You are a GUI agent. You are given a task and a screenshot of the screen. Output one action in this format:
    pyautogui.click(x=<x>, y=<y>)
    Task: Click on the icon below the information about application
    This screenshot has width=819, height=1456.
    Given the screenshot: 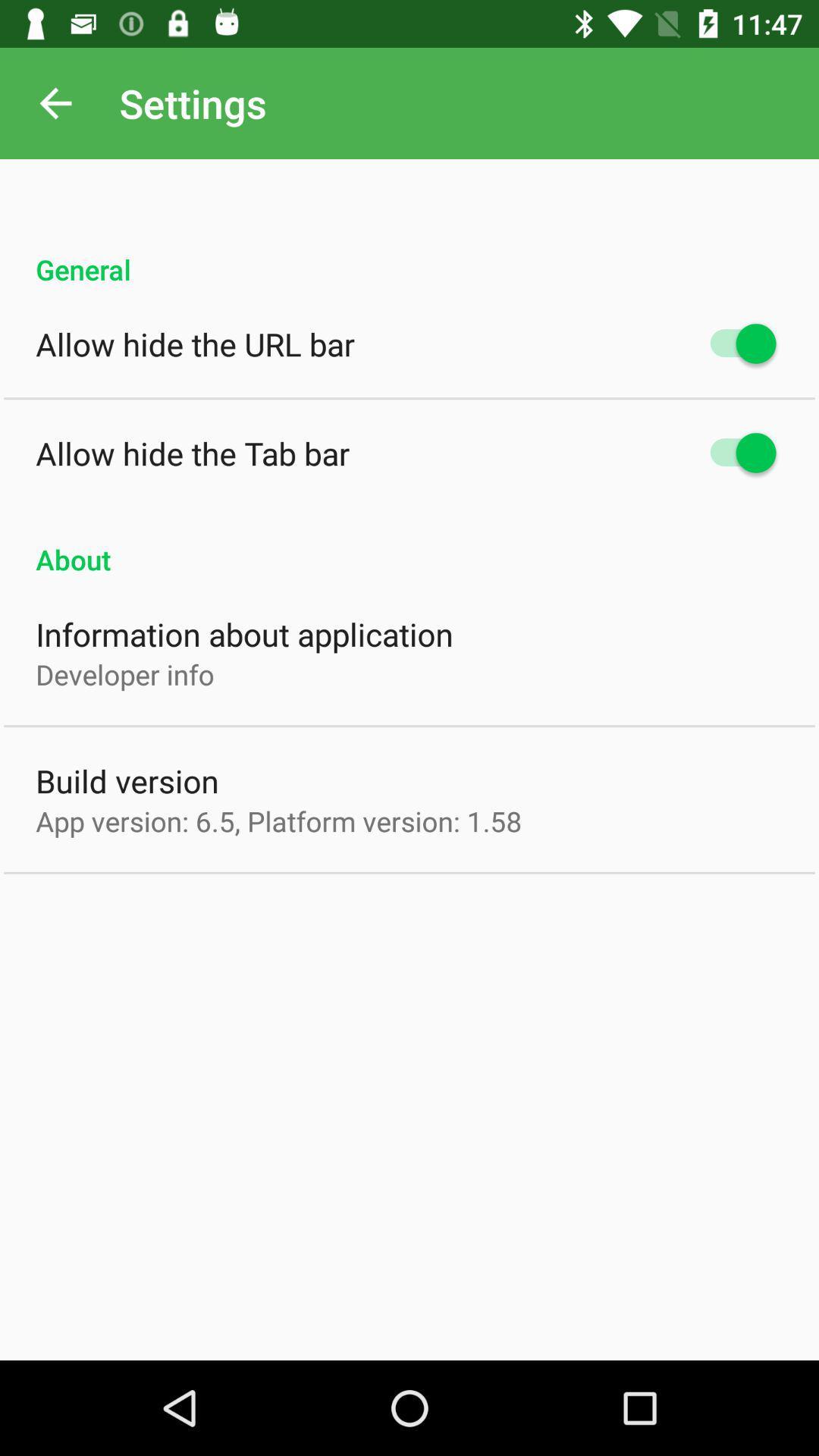 What is the action you would take?
    pyautogui.click(x=124, y=673)
    